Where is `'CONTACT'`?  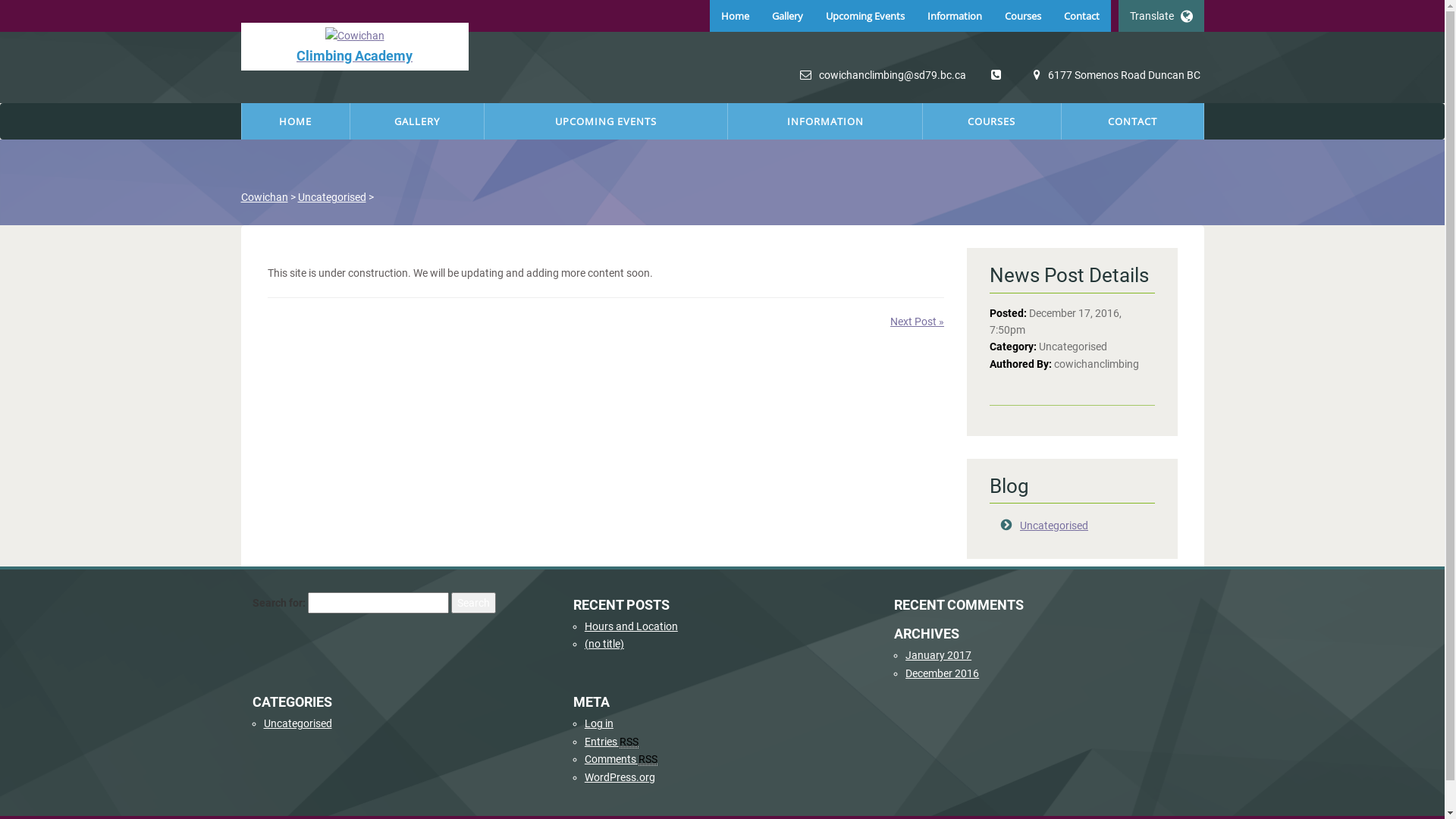
'CONTACT' is located at coordinates (1132, 120).